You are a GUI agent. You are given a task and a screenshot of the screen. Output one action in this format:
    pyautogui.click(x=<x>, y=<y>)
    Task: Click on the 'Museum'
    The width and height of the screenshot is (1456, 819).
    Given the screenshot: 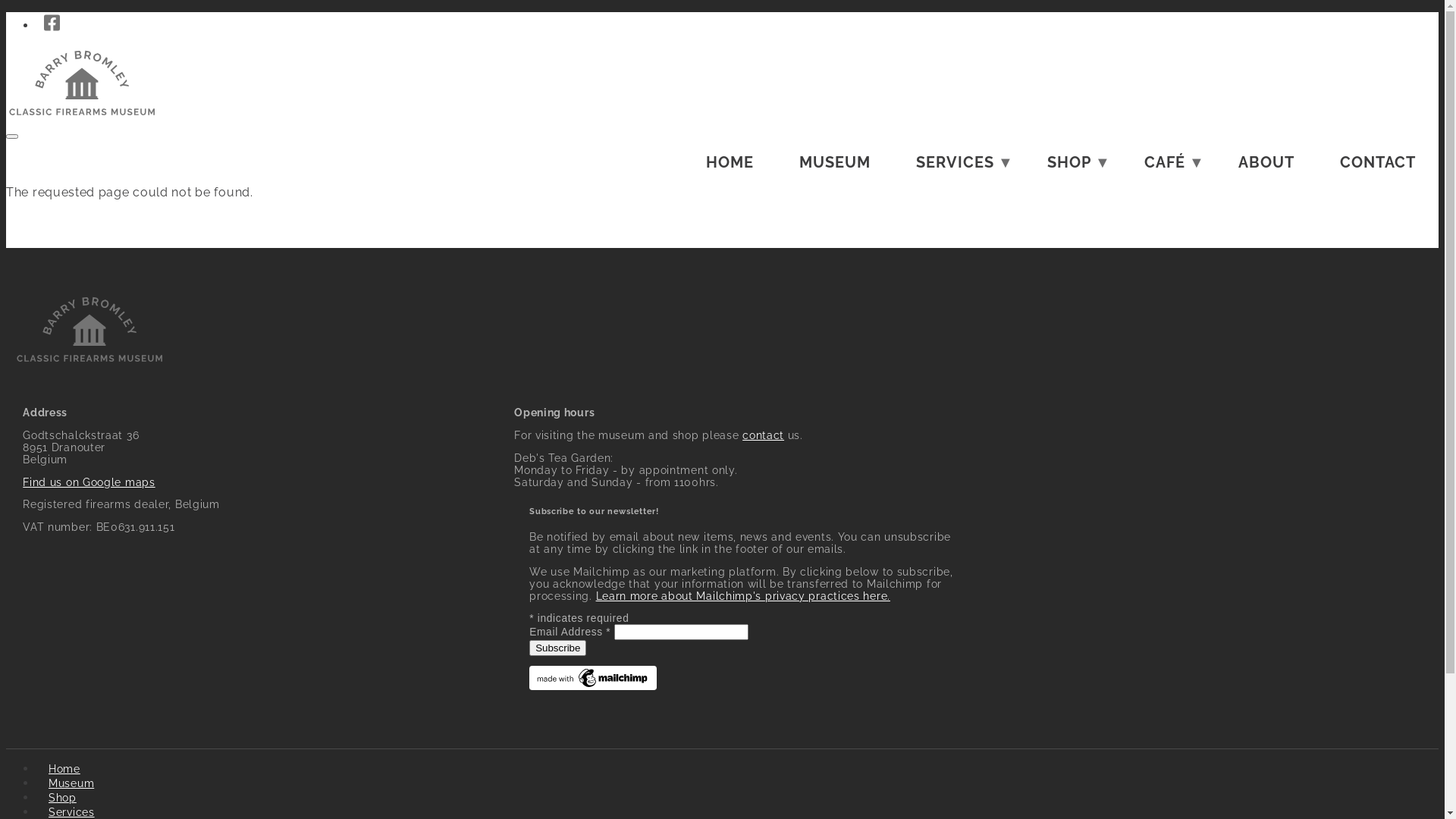 What is the action you would take?
    pyautogui.click(x=71, y=783)
    